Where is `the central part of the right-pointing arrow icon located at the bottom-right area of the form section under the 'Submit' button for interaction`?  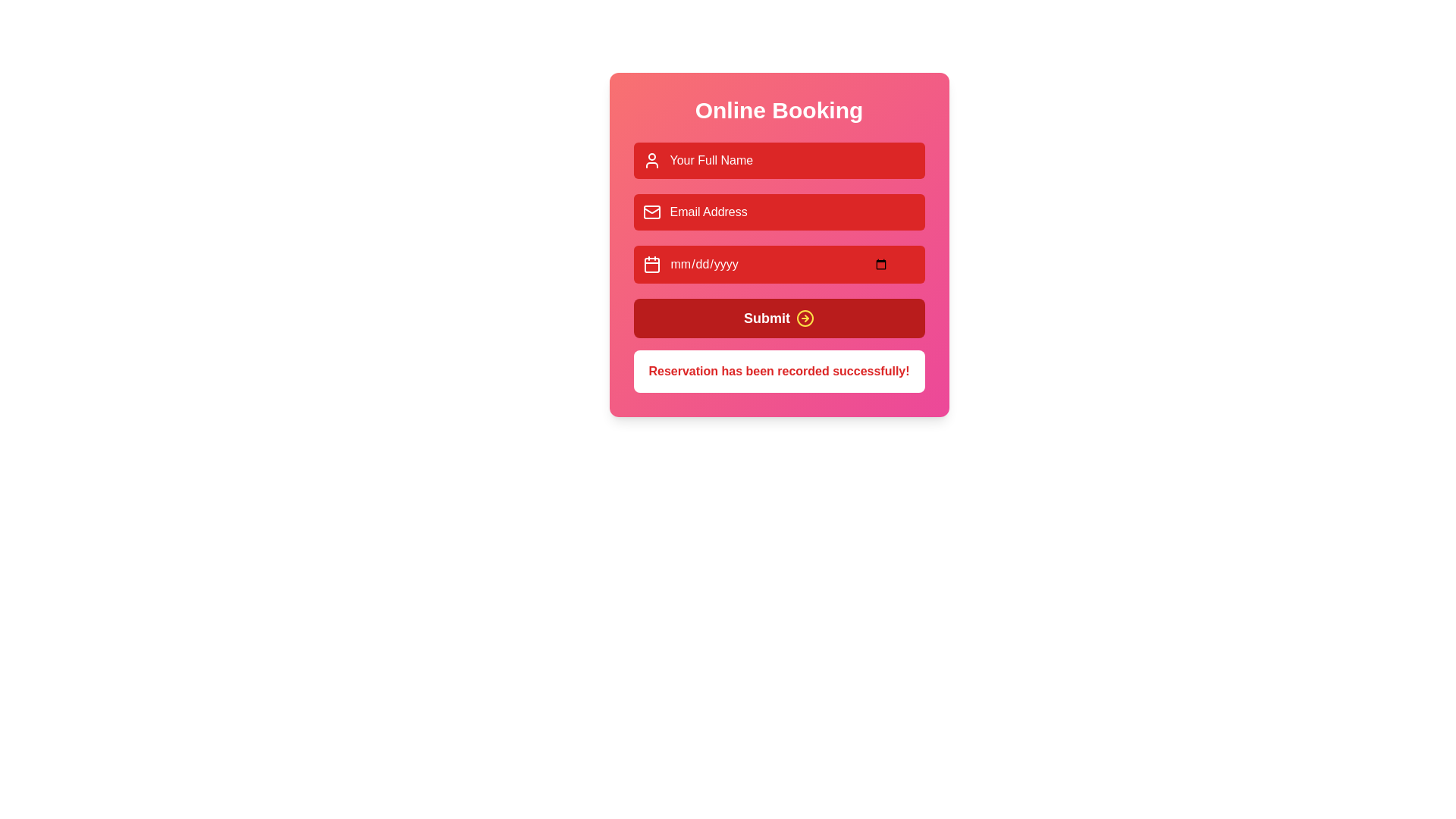
the central part of the right-pointing arrow icon located at the bottom-right area of the form section under the 'Submit' button for interaction is located at coordinates (804, 318).